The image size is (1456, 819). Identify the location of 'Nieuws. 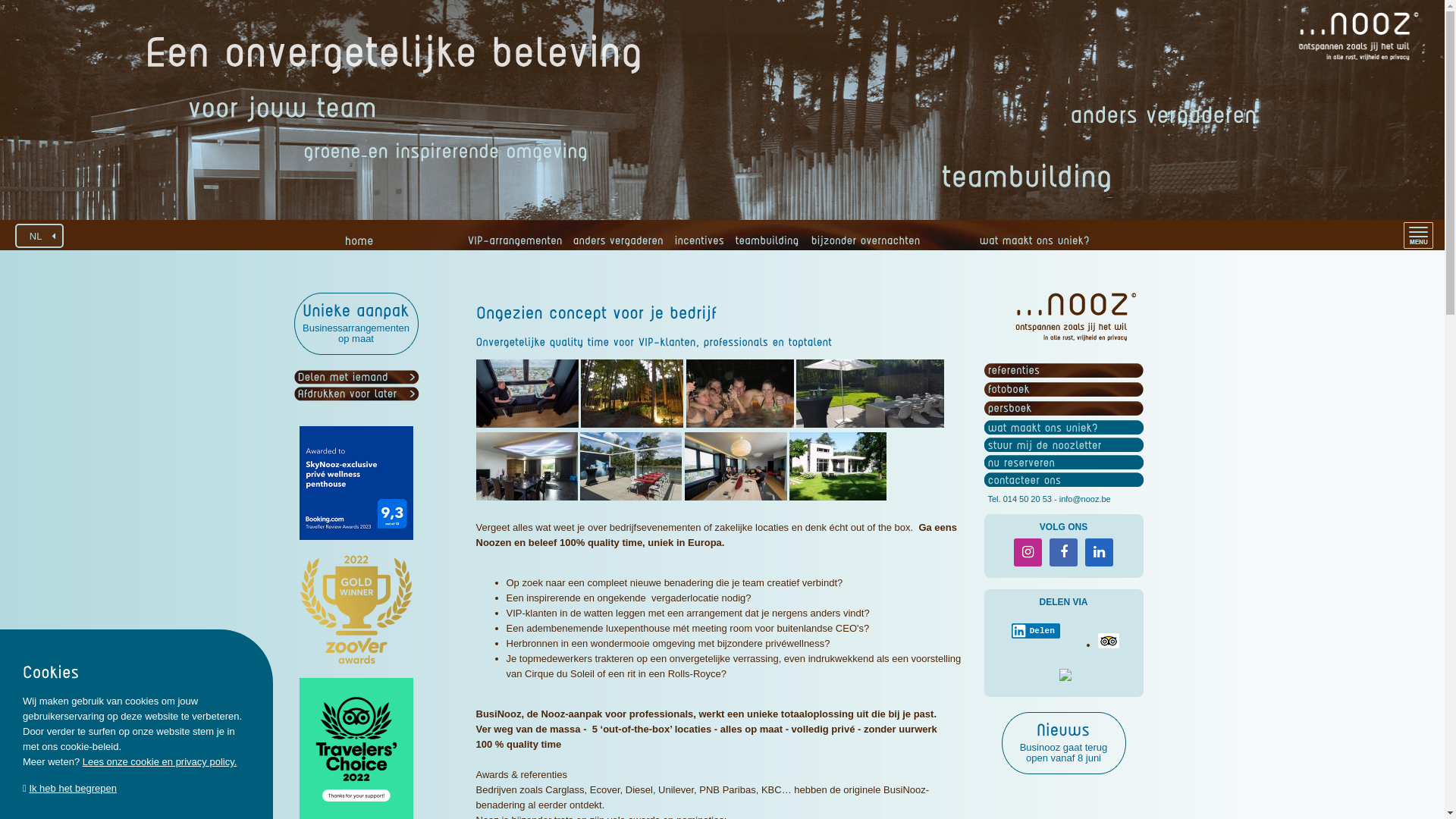
(1001, 742).